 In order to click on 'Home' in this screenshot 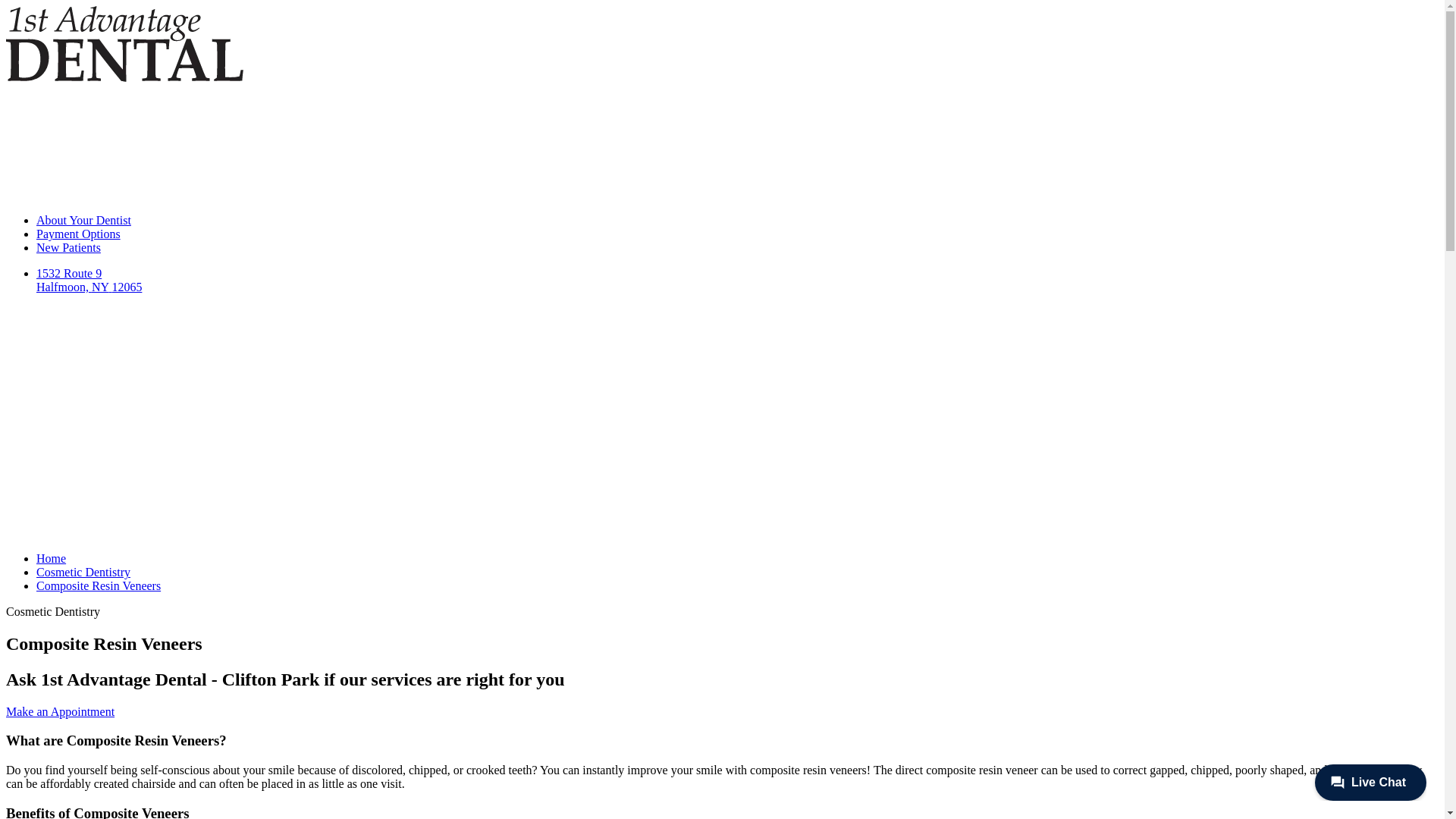, I will do `click(51, 558)`.